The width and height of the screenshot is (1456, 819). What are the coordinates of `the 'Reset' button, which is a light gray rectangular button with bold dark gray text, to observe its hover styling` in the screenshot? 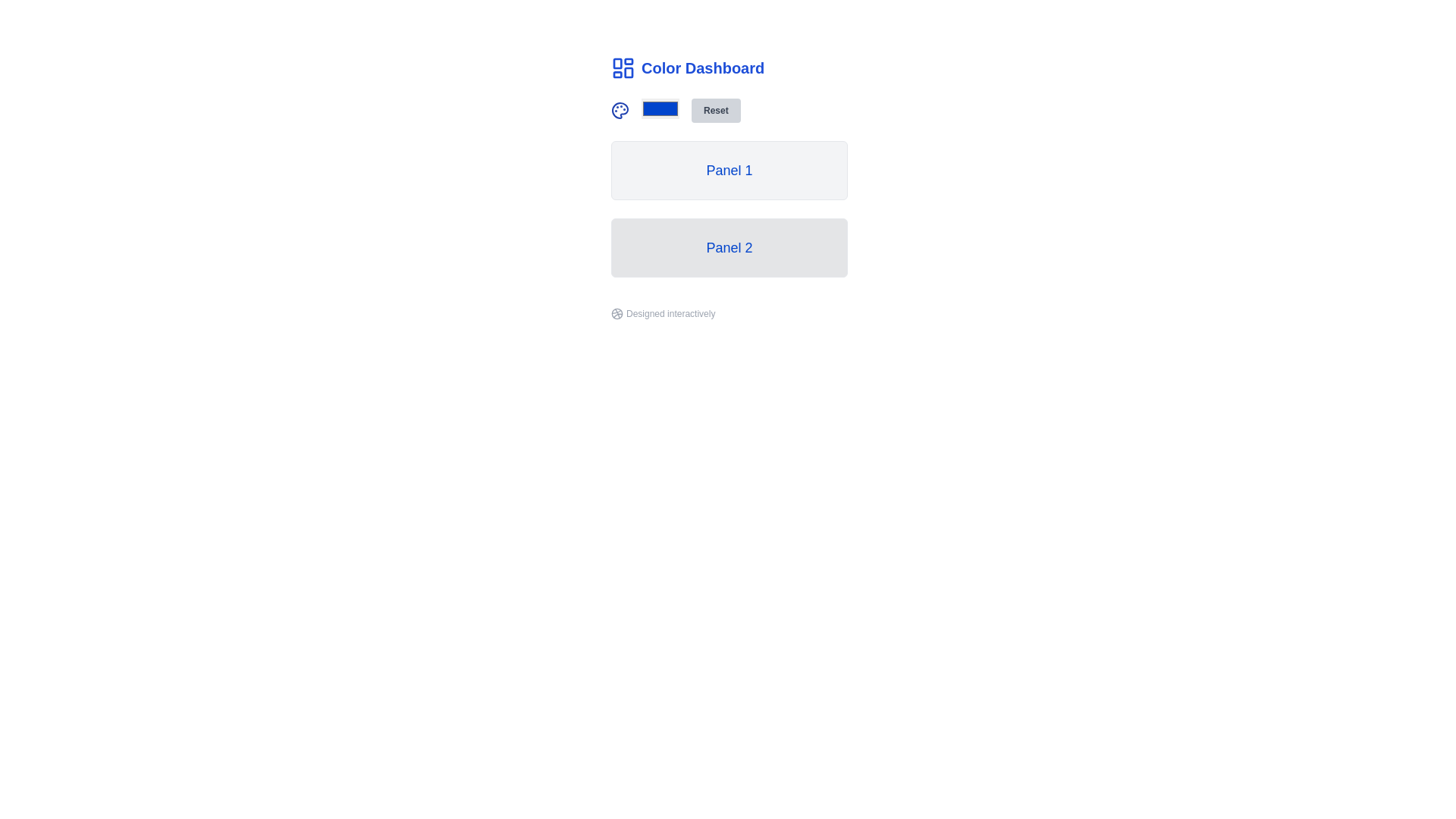 It's located at (715, 110).